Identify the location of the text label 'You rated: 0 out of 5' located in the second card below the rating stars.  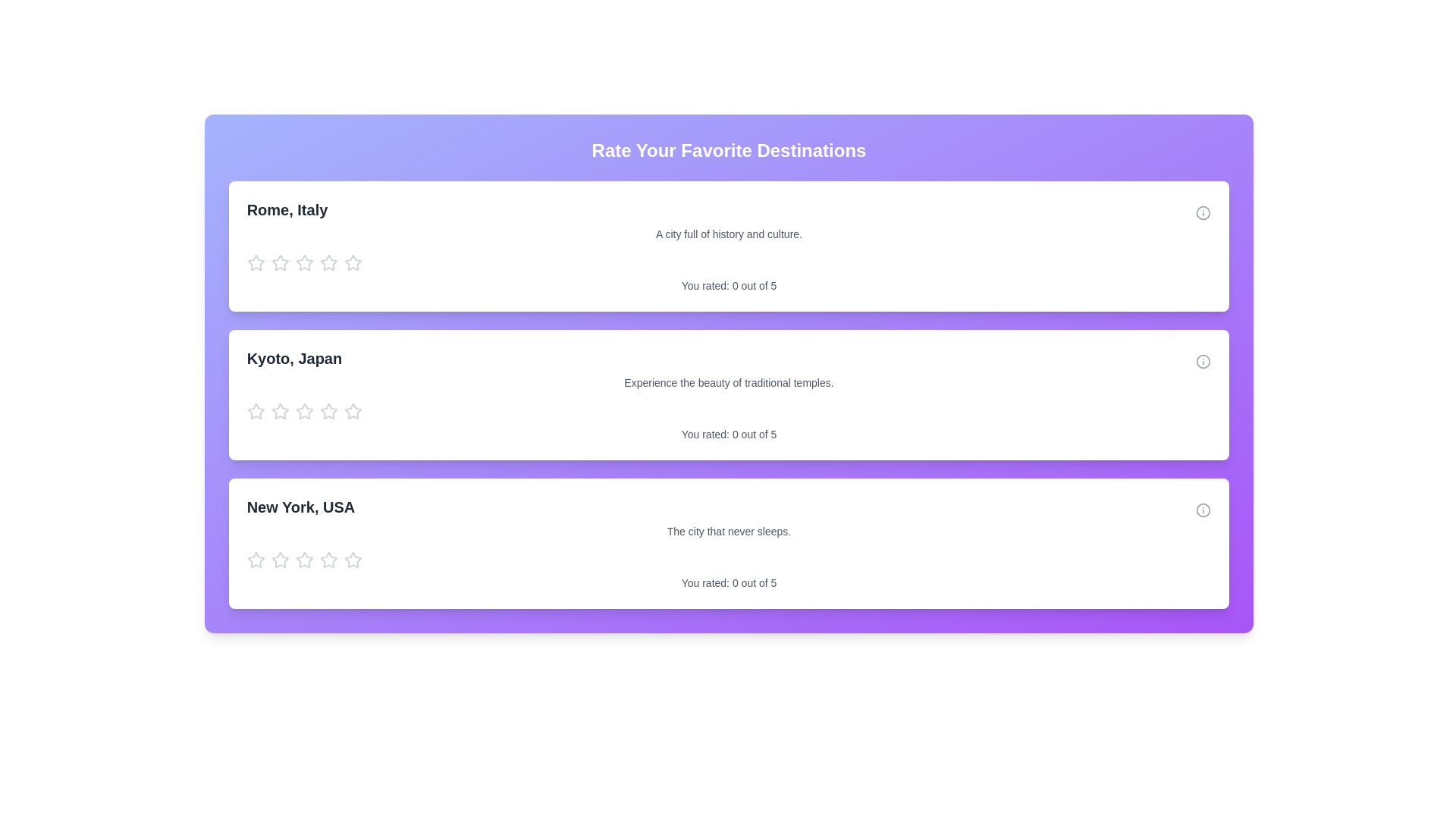
(729, 435).